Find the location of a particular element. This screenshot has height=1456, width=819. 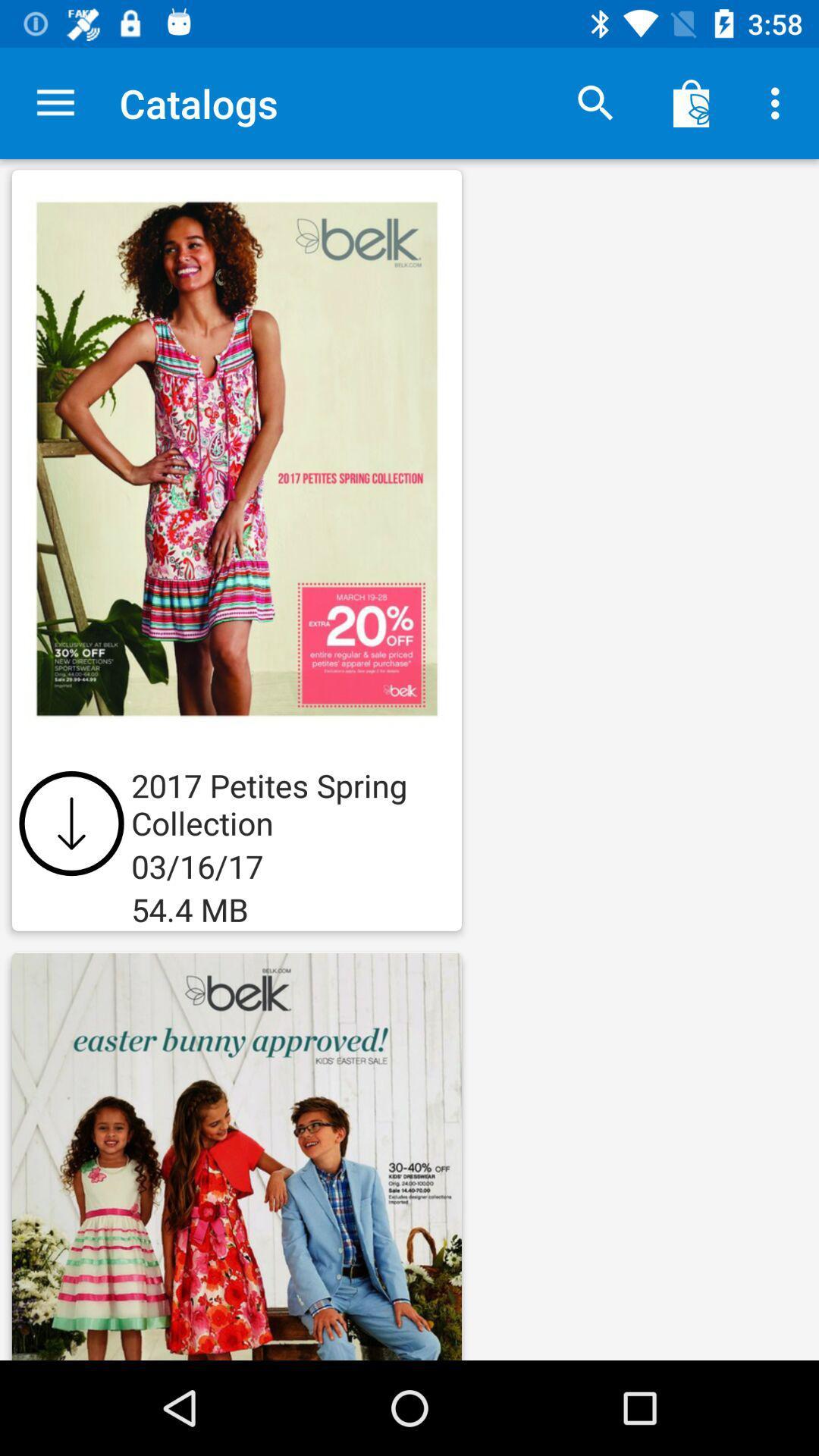

the app next to the catalogs item is located at coordinates (595, 102).